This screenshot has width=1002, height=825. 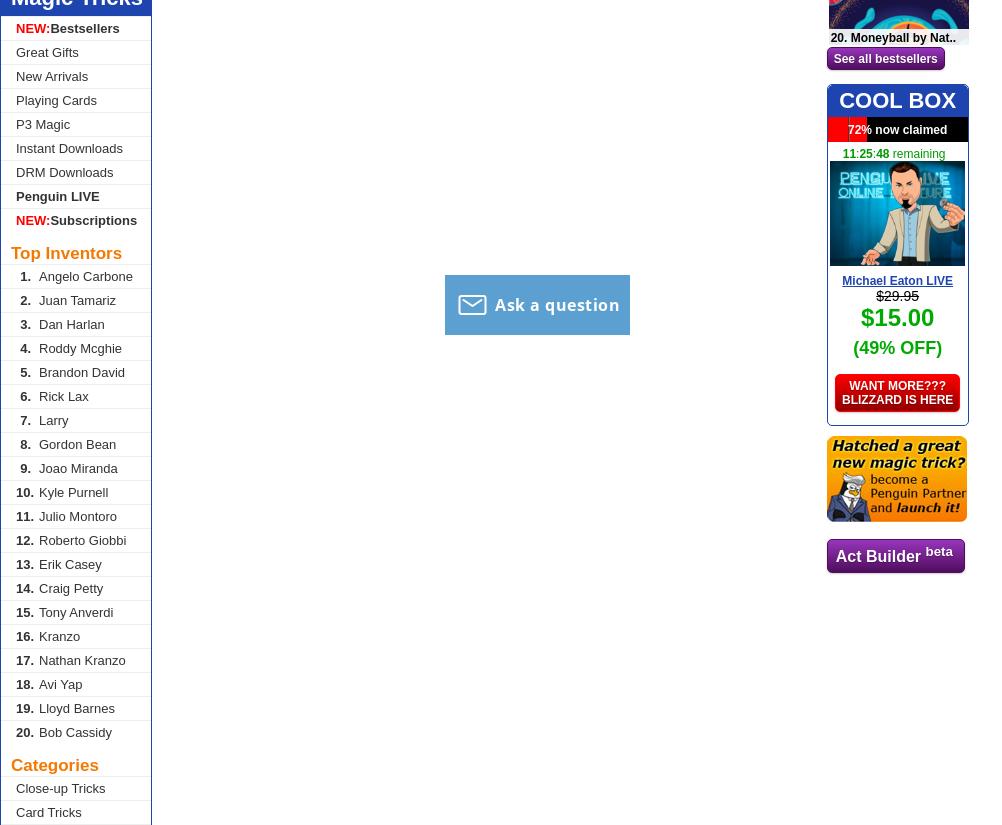 I want to click on '11.', so click(x=25, y=515).